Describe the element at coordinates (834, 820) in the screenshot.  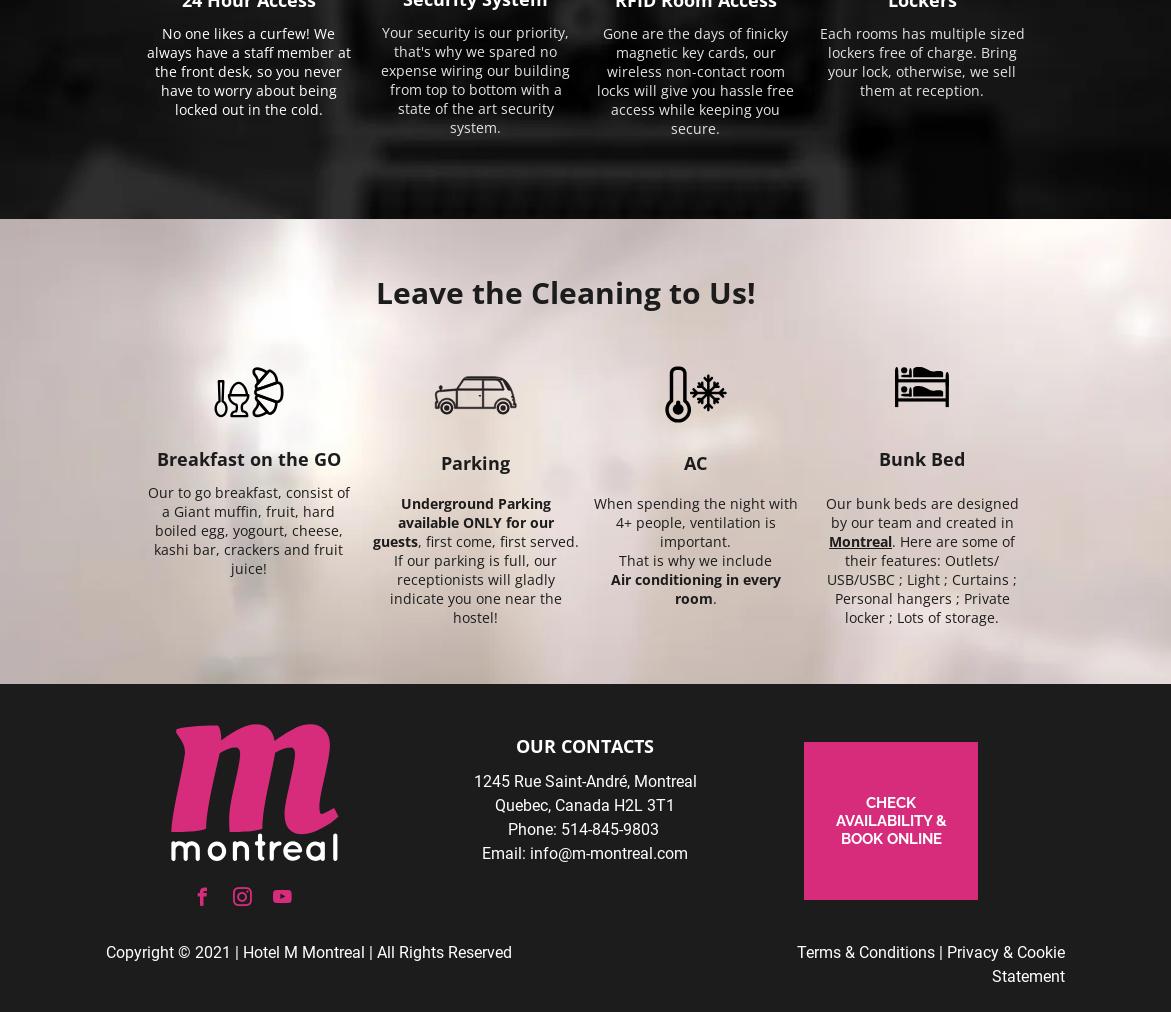
I see `'CHECK AVAILABILITY & BOOK ONLINE'` at that location.